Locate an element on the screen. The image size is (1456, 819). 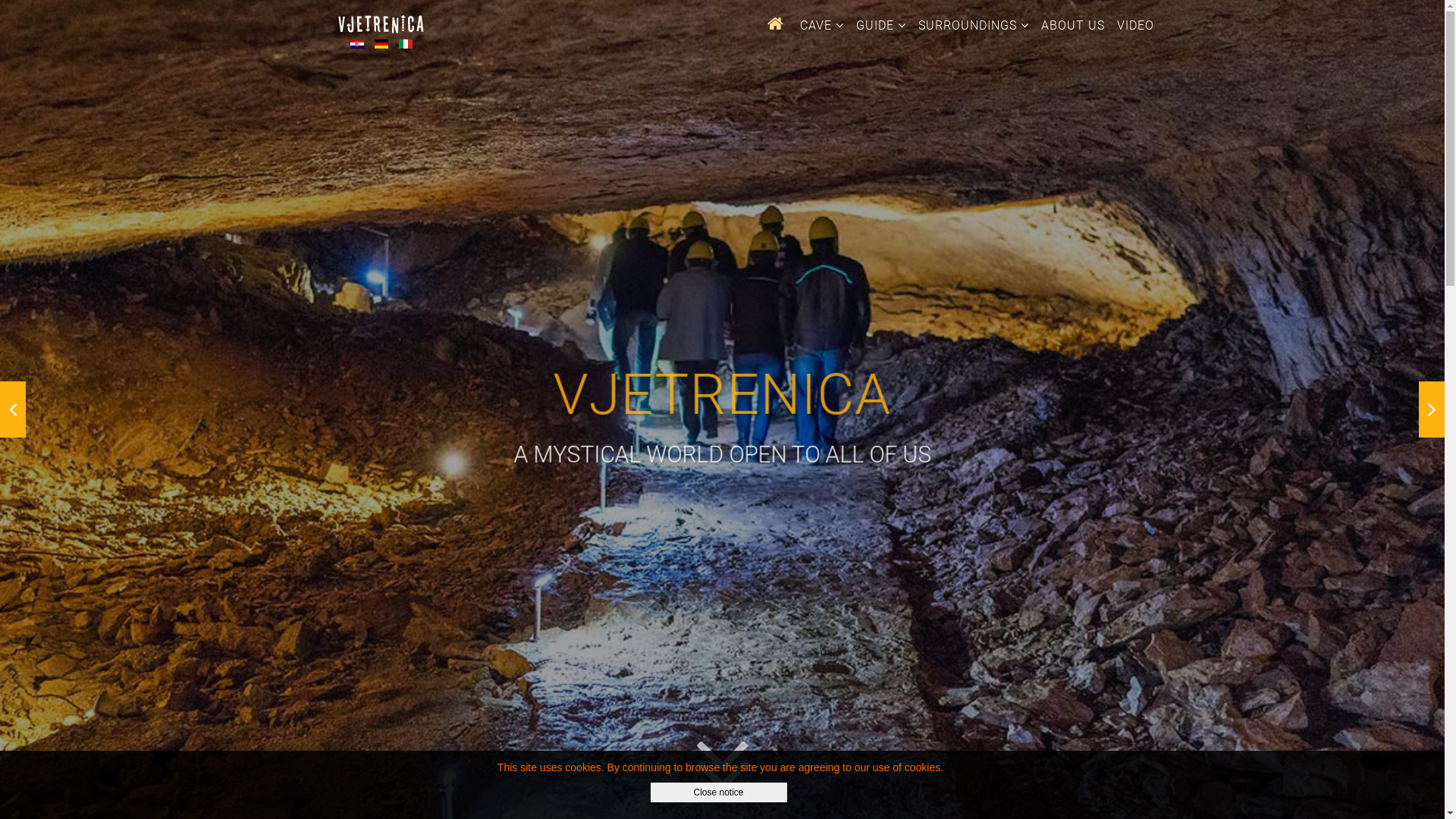
'CAVE' is located at coordinates (821, 25).